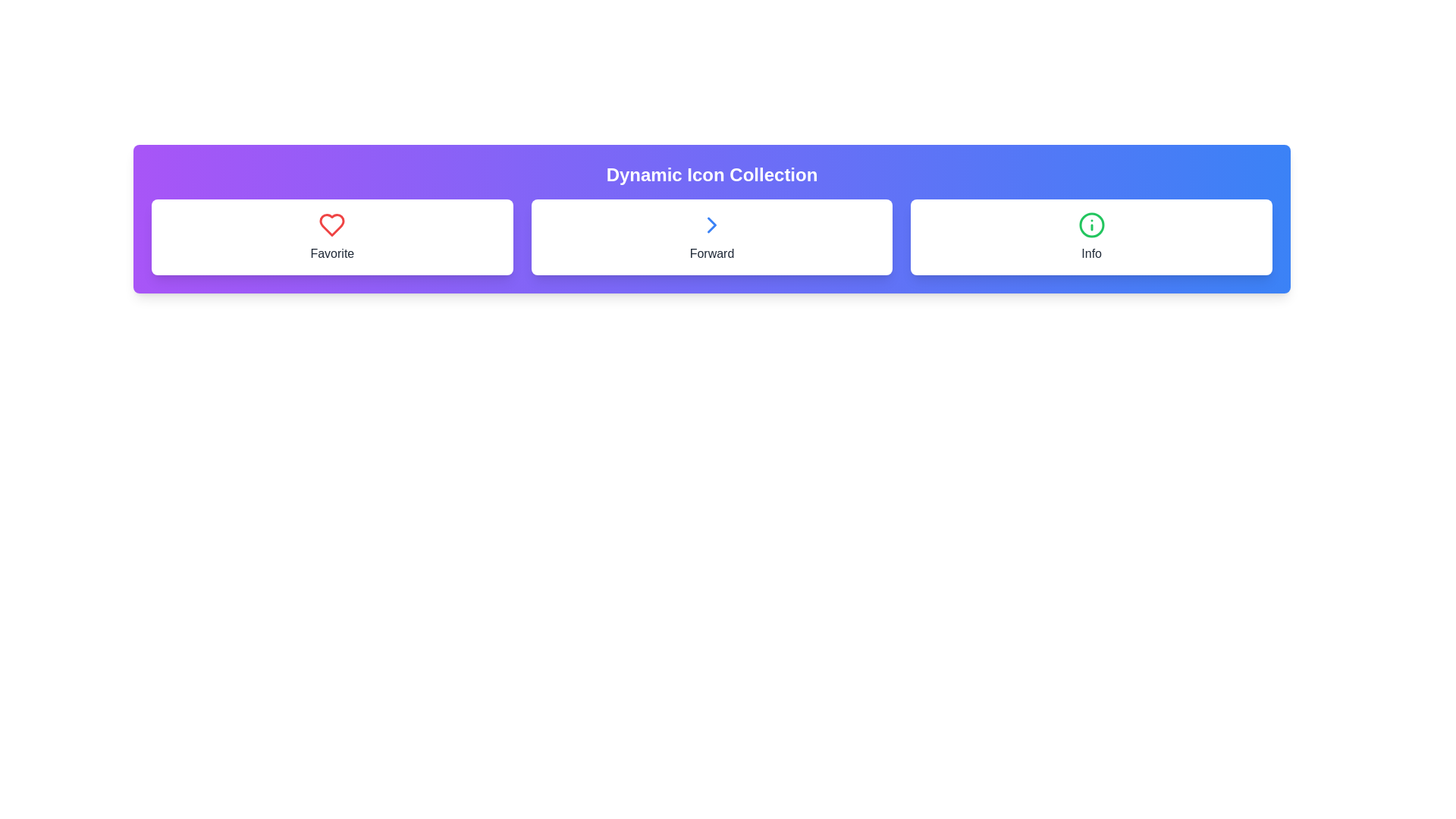 The width and height of the screenshot is (1456, 819). What do you see at coordinates (1090, 225) in the screenshot?
I see `the circular base of the 'info' icon, which is an SVG circle element with a green border and white fill, located in the rightmost section of a triple-card layout` at bounding box center [1090, 225].